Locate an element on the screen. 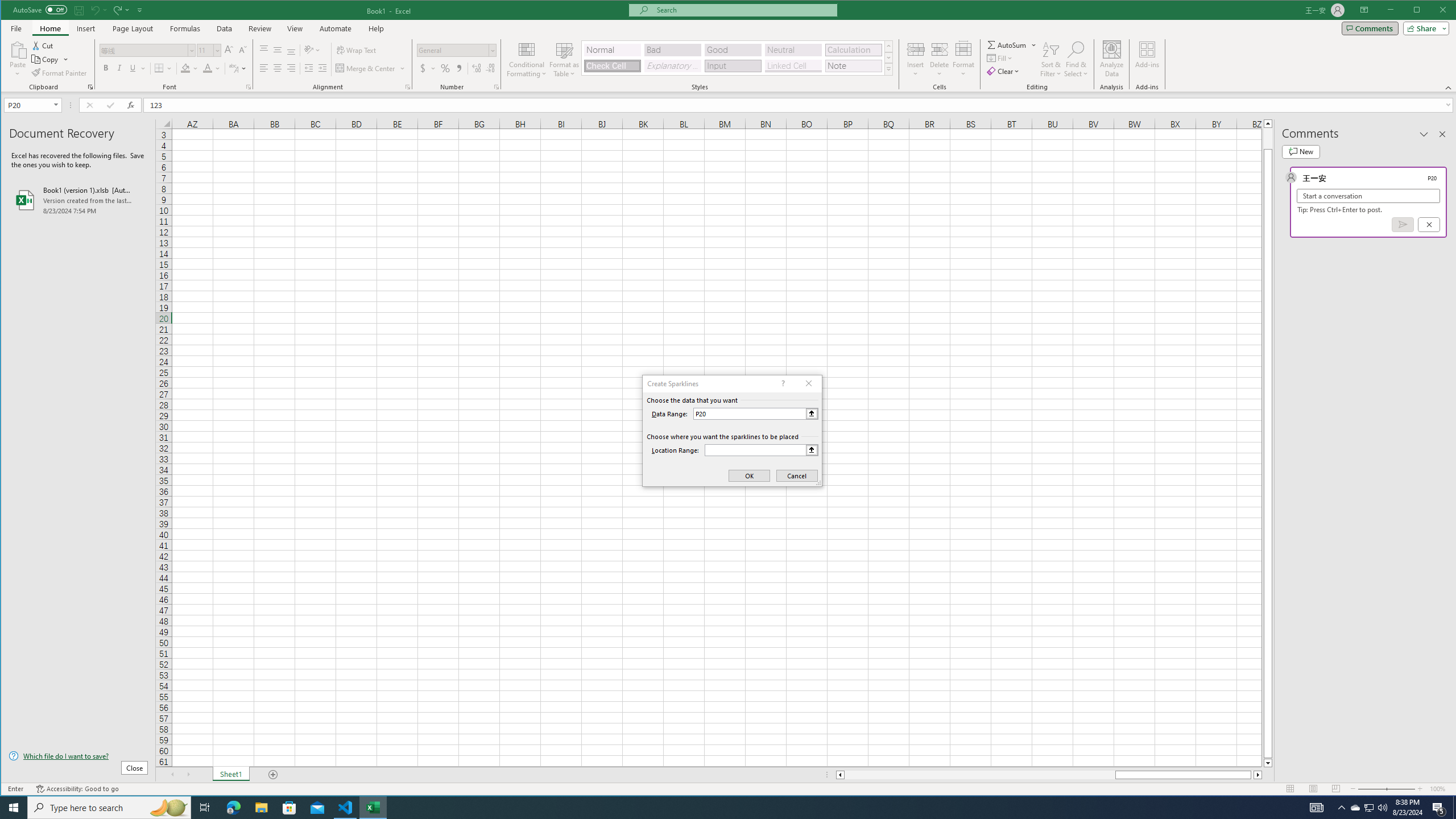  'Increase Indent' is located at coordinates (322, 68).